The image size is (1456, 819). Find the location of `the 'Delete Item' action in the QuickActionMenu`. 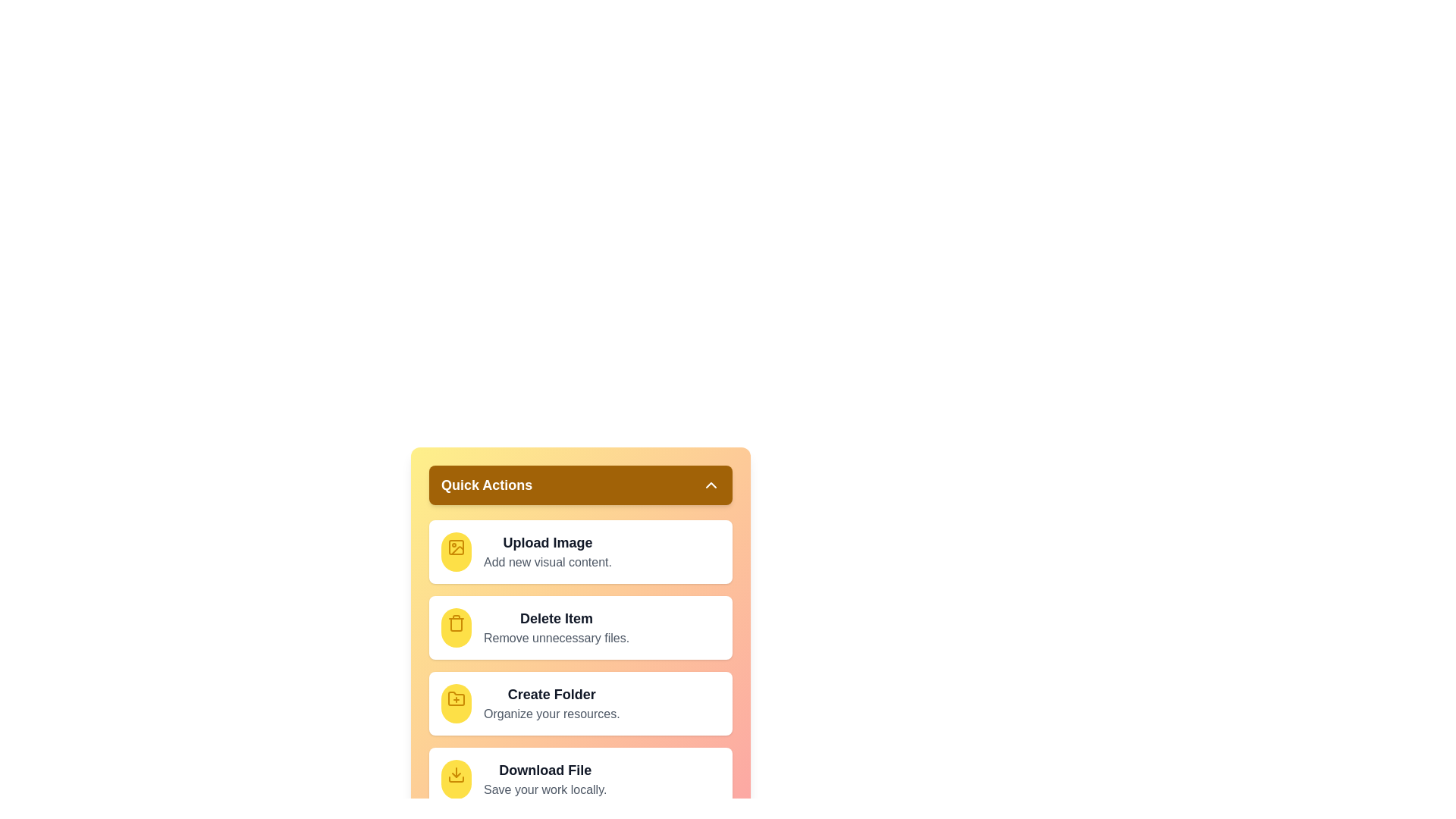

the 'Delete Item' action in the QuickActionMenu is located at coordinates (556, 628).